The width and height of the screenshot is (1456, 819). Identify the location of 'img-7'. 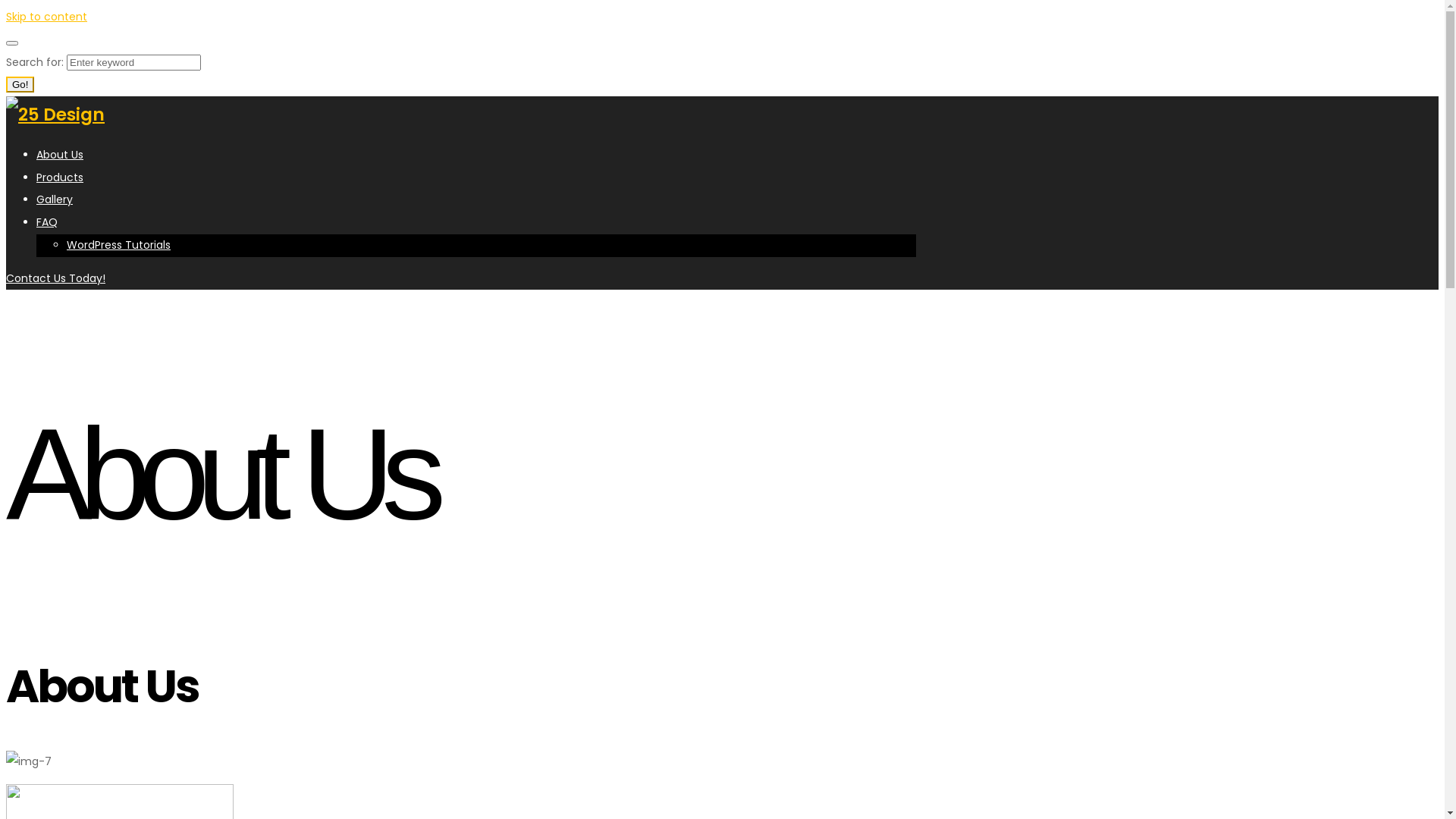
(29, 762).